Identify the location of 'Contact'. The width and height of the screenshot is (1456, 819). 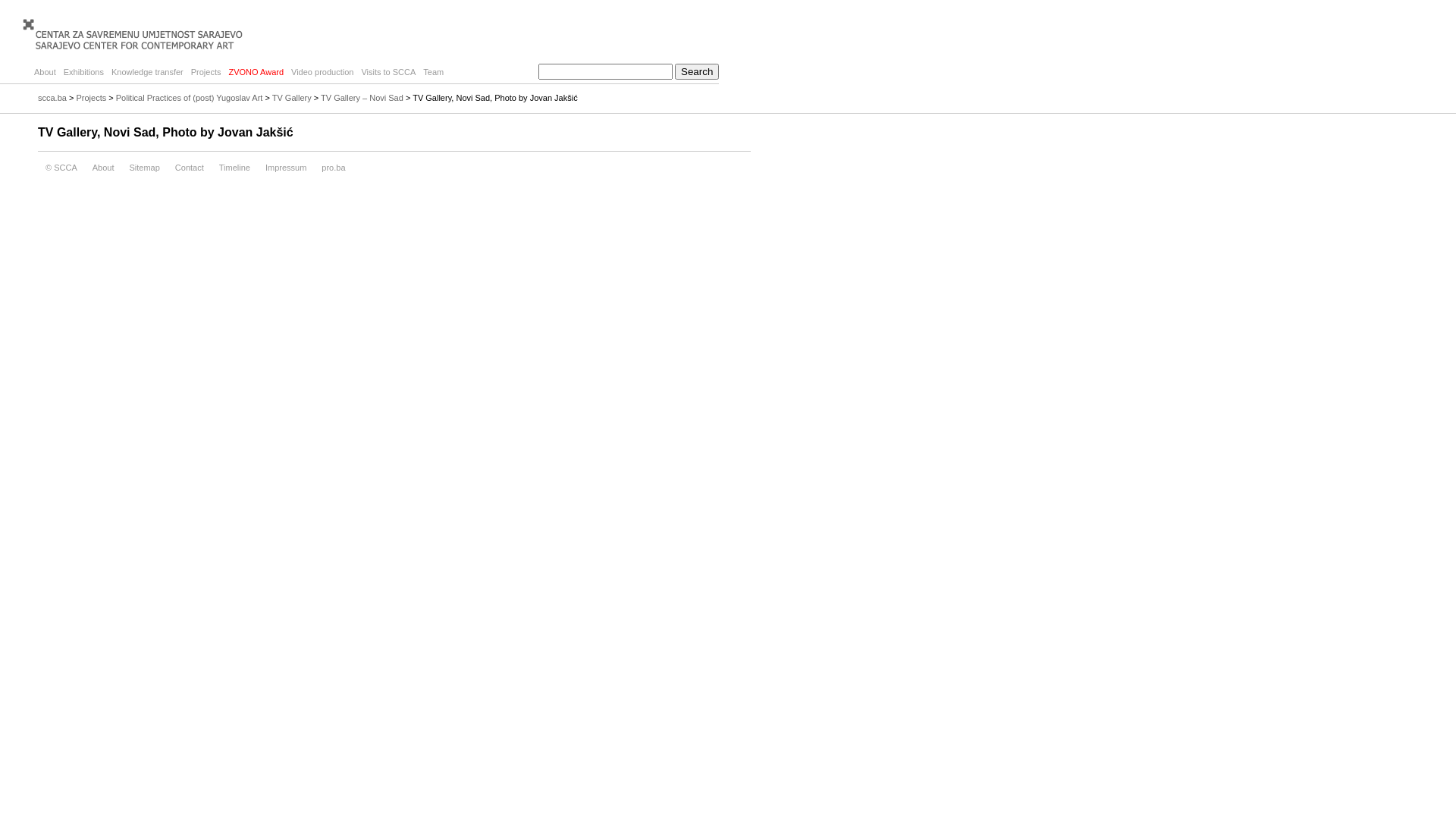
(188, 167).